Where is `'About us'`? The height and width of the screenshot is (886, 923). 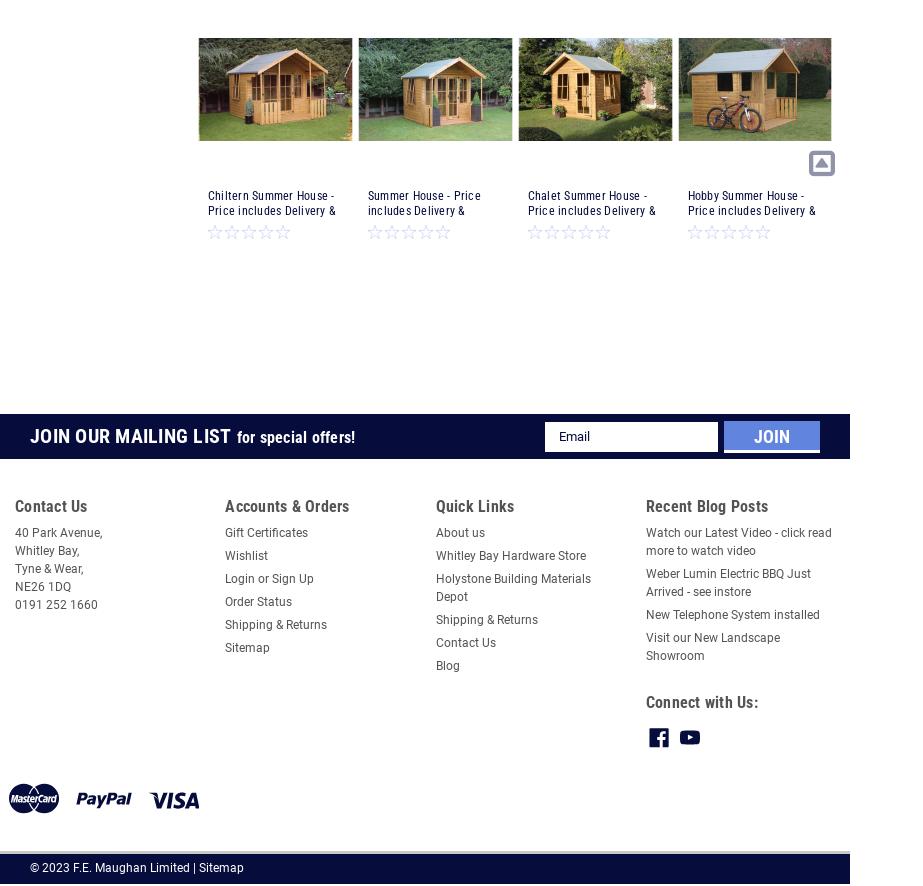 'About us' is located at coordinates (459, 532).